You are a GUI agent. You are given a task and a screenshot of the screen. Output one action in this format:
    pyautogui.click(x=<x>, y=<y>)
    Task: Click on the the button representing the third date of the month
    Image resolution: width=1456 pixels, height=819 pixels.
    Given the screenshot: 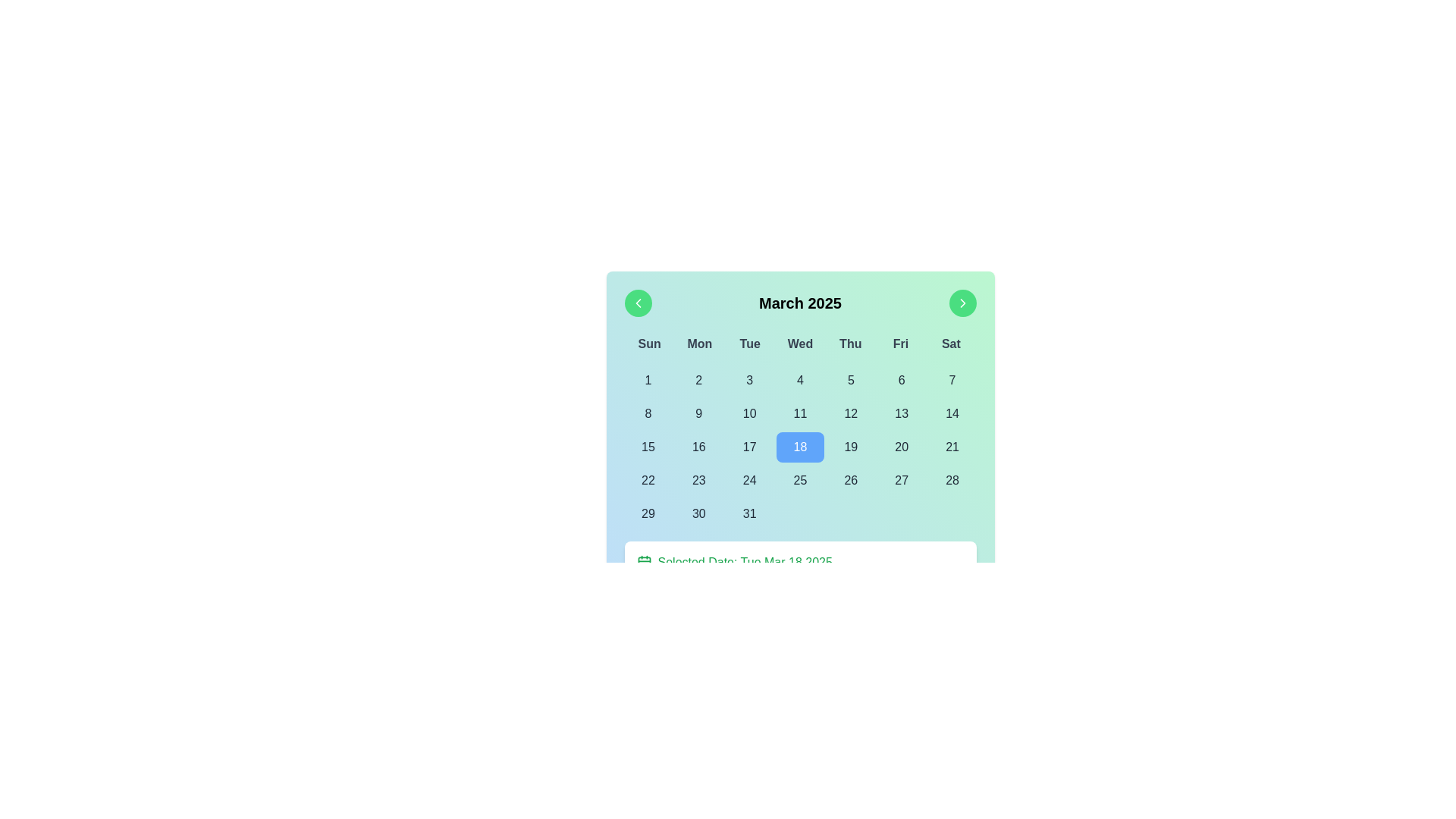 What is the action you would take?
    pyautogui.click(x=749, y=379)
    